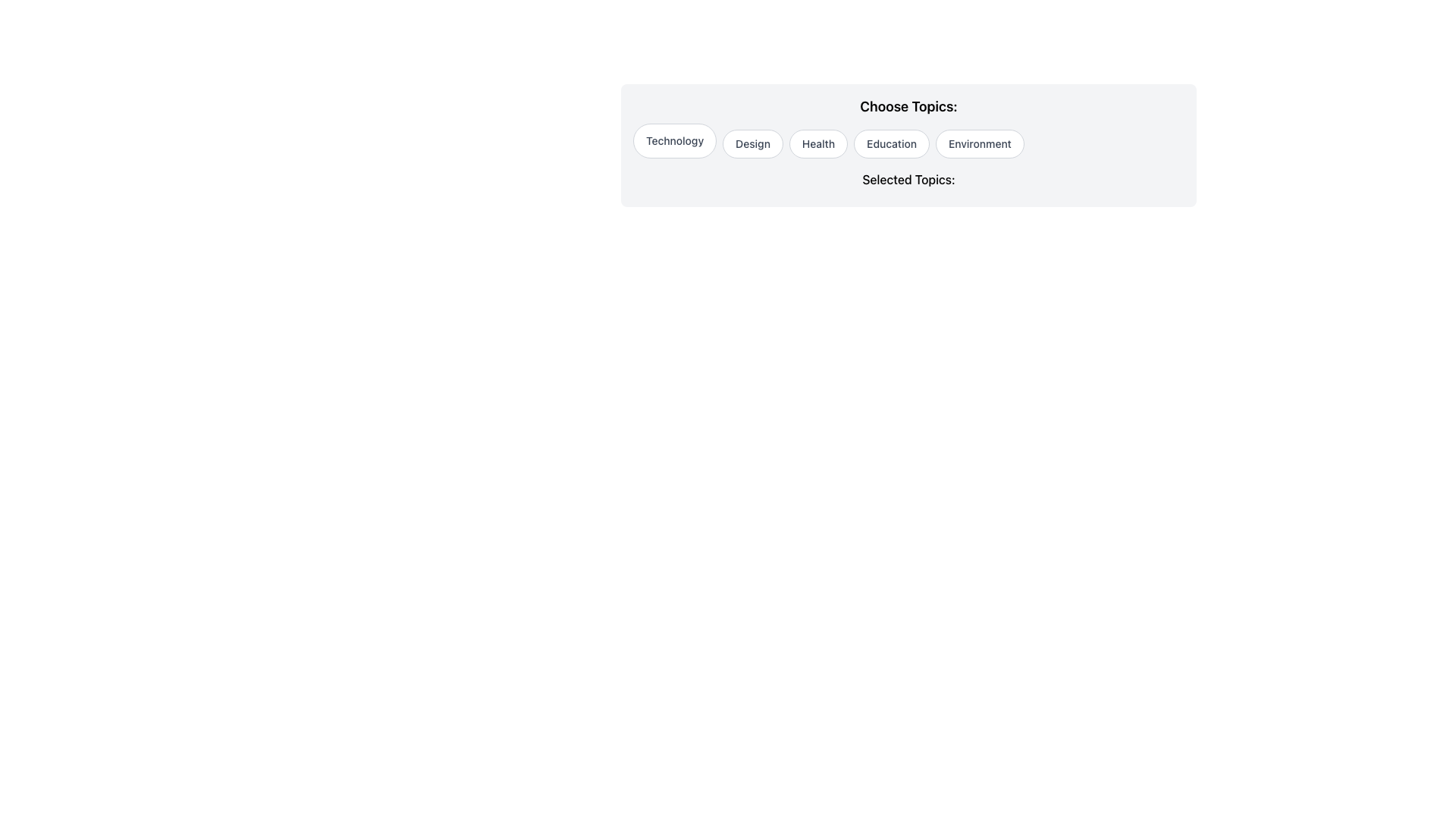 The width and height of the screenshot is (1456, 819). What do you see at coordinates (908, 140) in the screenshot?
I see `the pill-shaped button in the horizontal list of topics, which includes options like 'Technology', 'Design', 'Health', 'Education', and 'Environment', located below the 'Choose Topics:' title` at bounding box center [908, 140].